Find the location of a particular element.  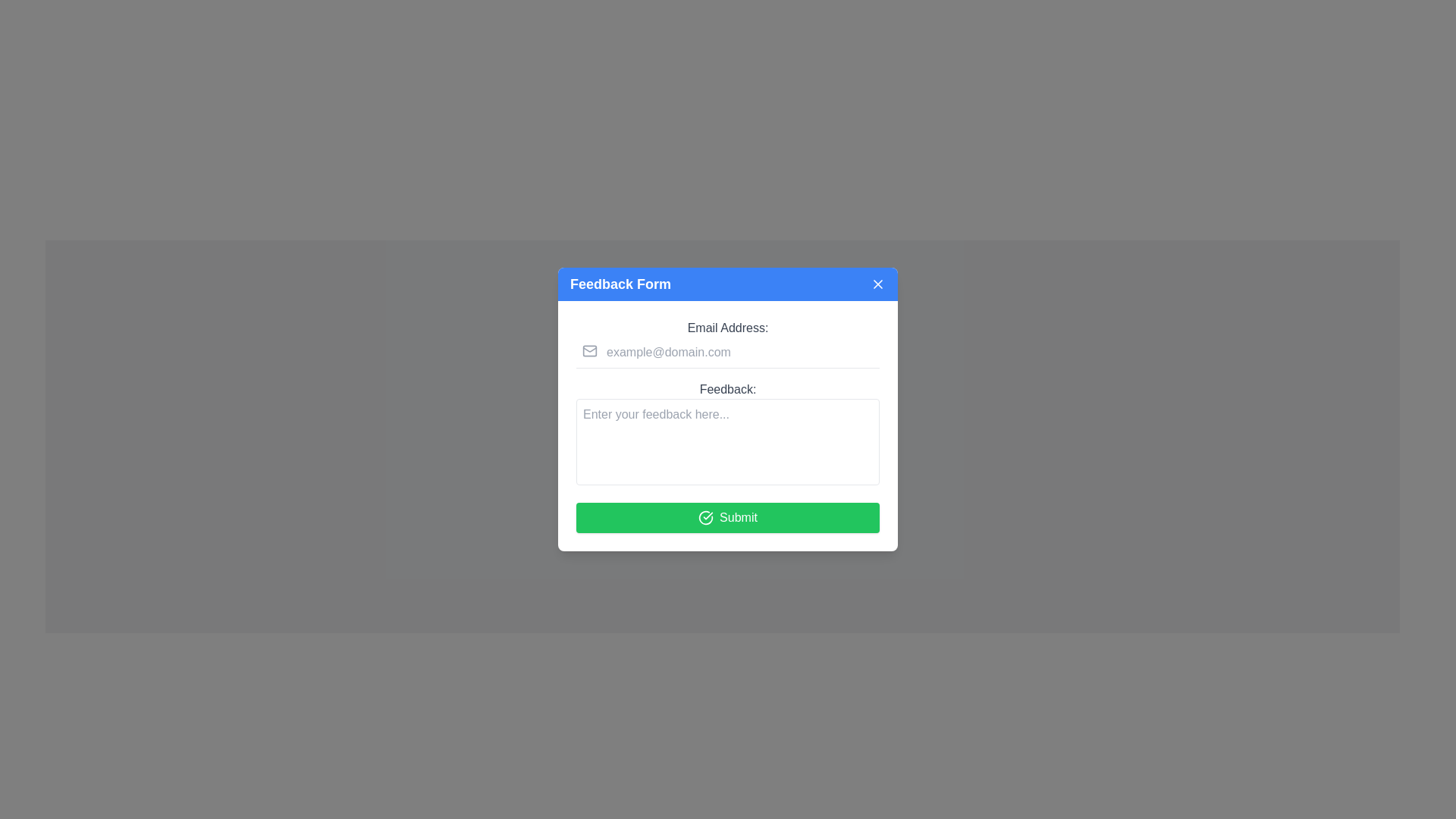

the close button (X icon) with a blue background located at the upper-right corner of the 'Feedback Form' header is located at coordinates (877, 284).